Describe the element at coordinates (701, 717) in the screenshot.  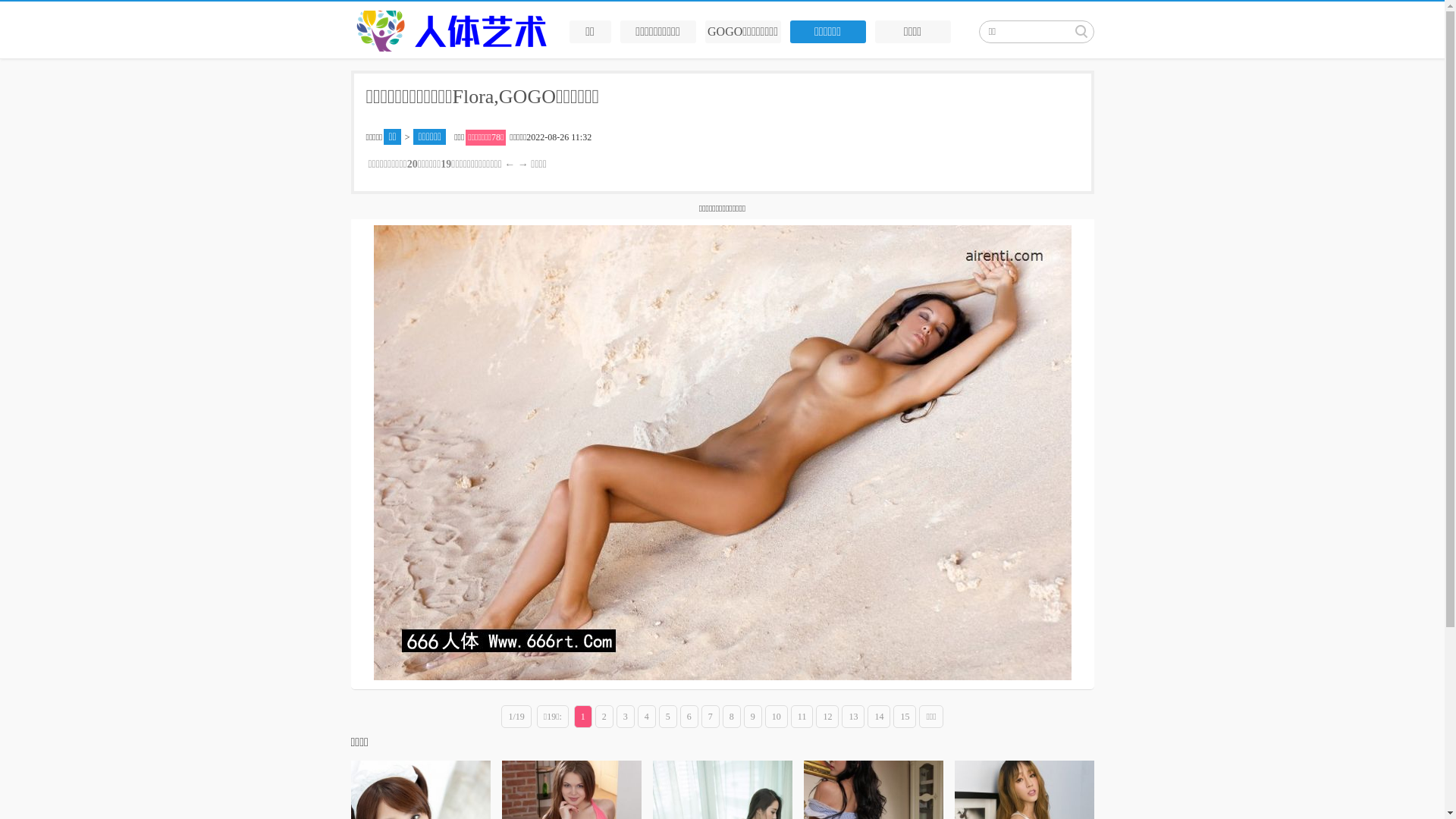
I see `'7'` at that location.